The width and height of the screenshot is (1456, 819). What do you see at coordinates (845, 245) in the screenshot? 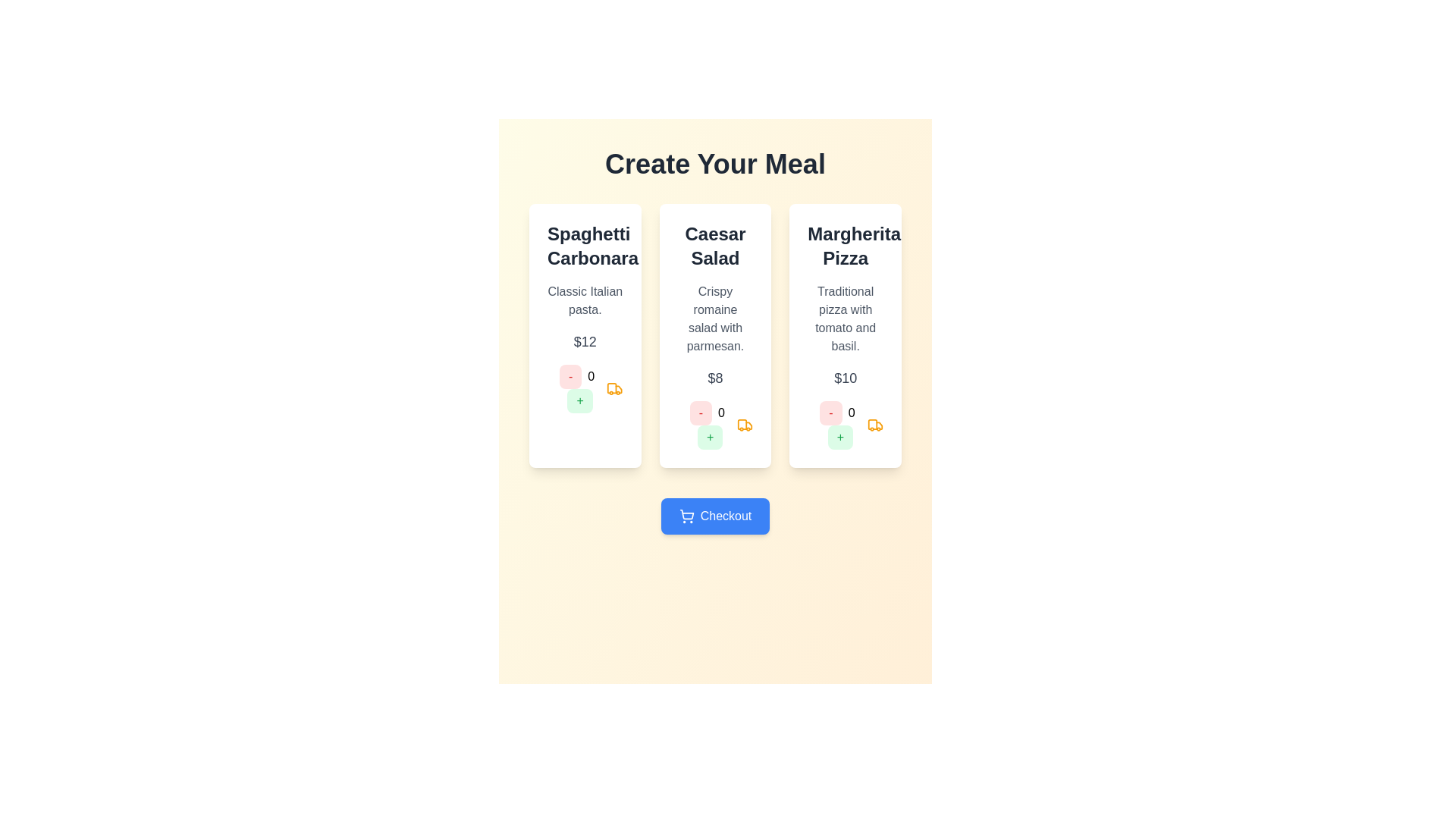
I see `the 'Margherita Pizza' text label, which is centrally positioned at the top of the rightmost card in the row of three cards under the 'Create Your Meal' heading` at bounding box center [845, 245].